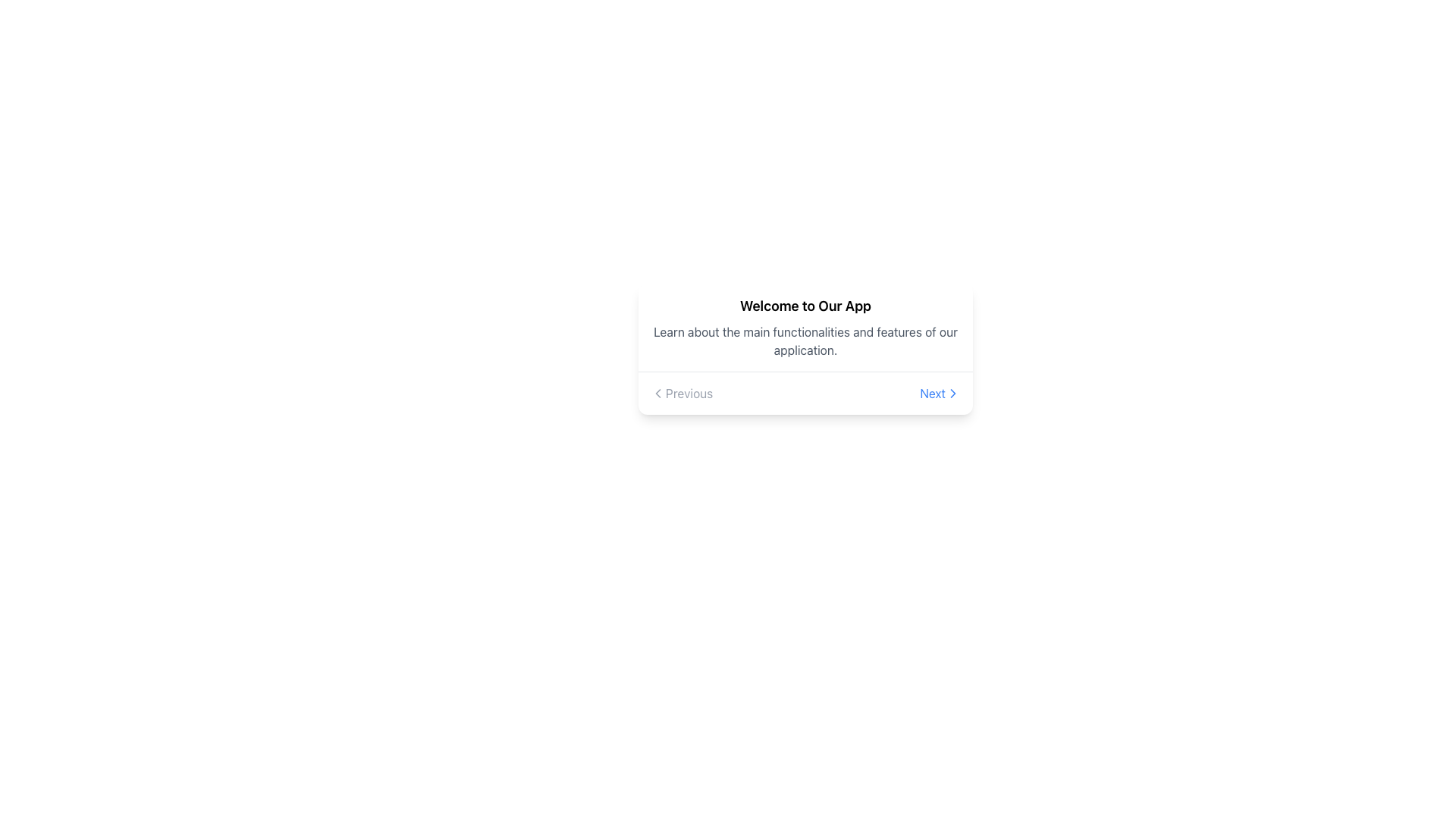 Image resolution: width=1456 pixels, height=819 pixels. What do you see at coordinates (658, 393) in the screenshot?
I see `the backward navigation icon located to the left of the 'Previous' text in the navigation control at the bottom-left of the card` at bounding box center [658, 393].